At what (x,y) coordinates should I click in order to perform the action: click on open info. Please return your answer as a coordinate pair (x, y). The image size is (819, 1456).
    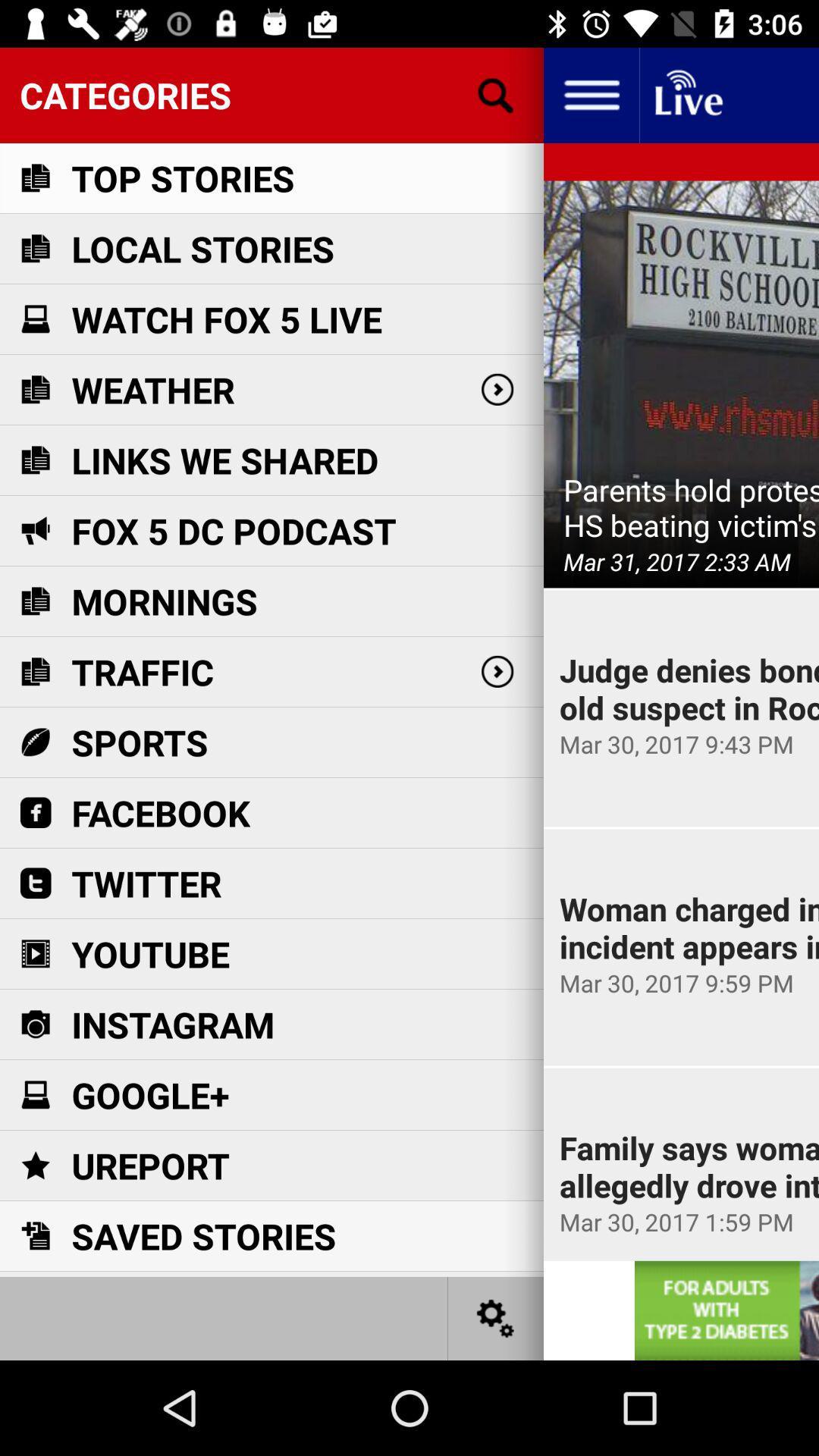
    Looking at the image, I should click on (590, 94).